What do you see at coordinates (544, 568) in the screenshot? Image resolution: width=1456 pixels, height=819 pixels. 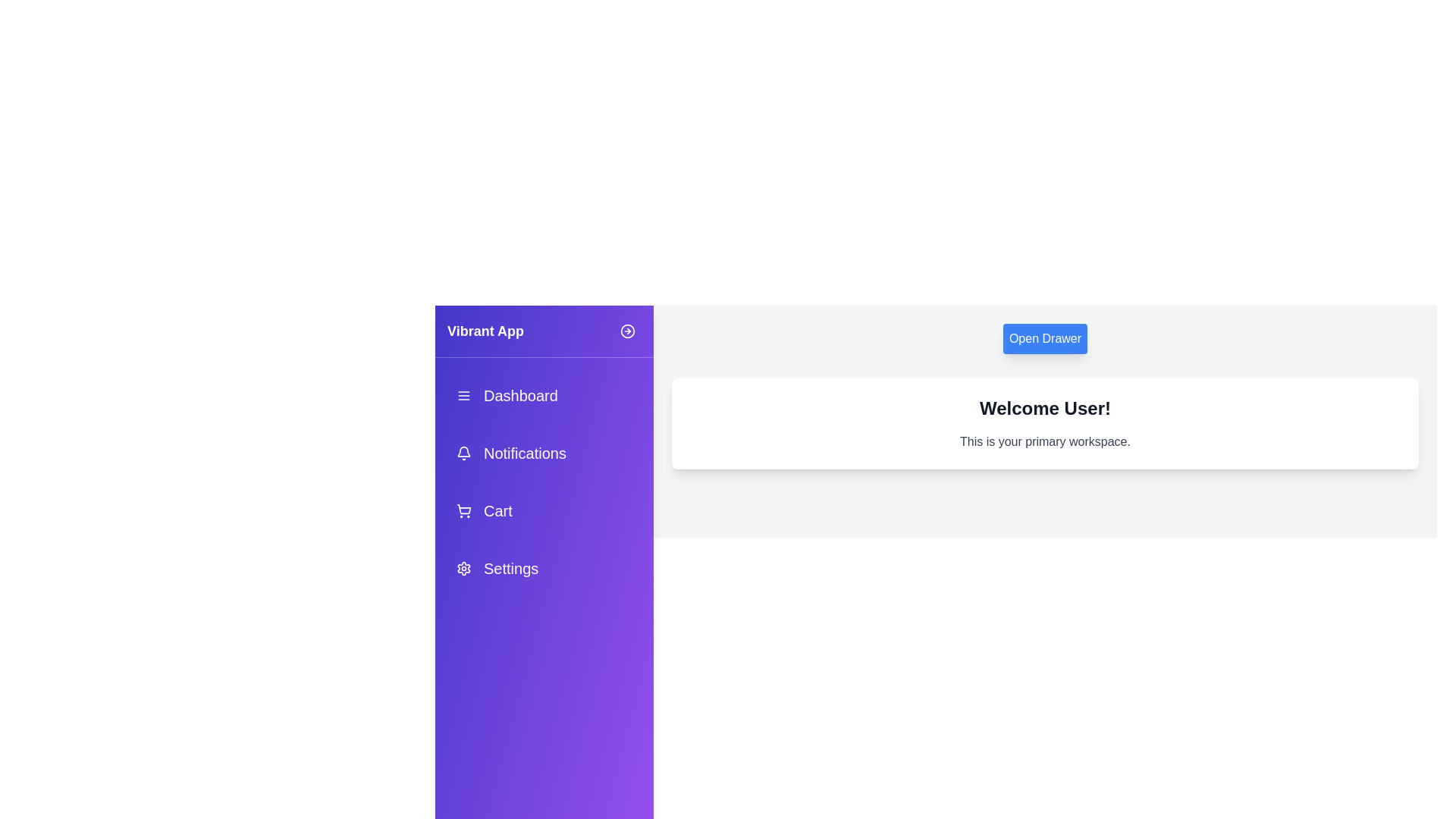 I see `the menu item Settings from the drawer` at bounding box center [544, 568].